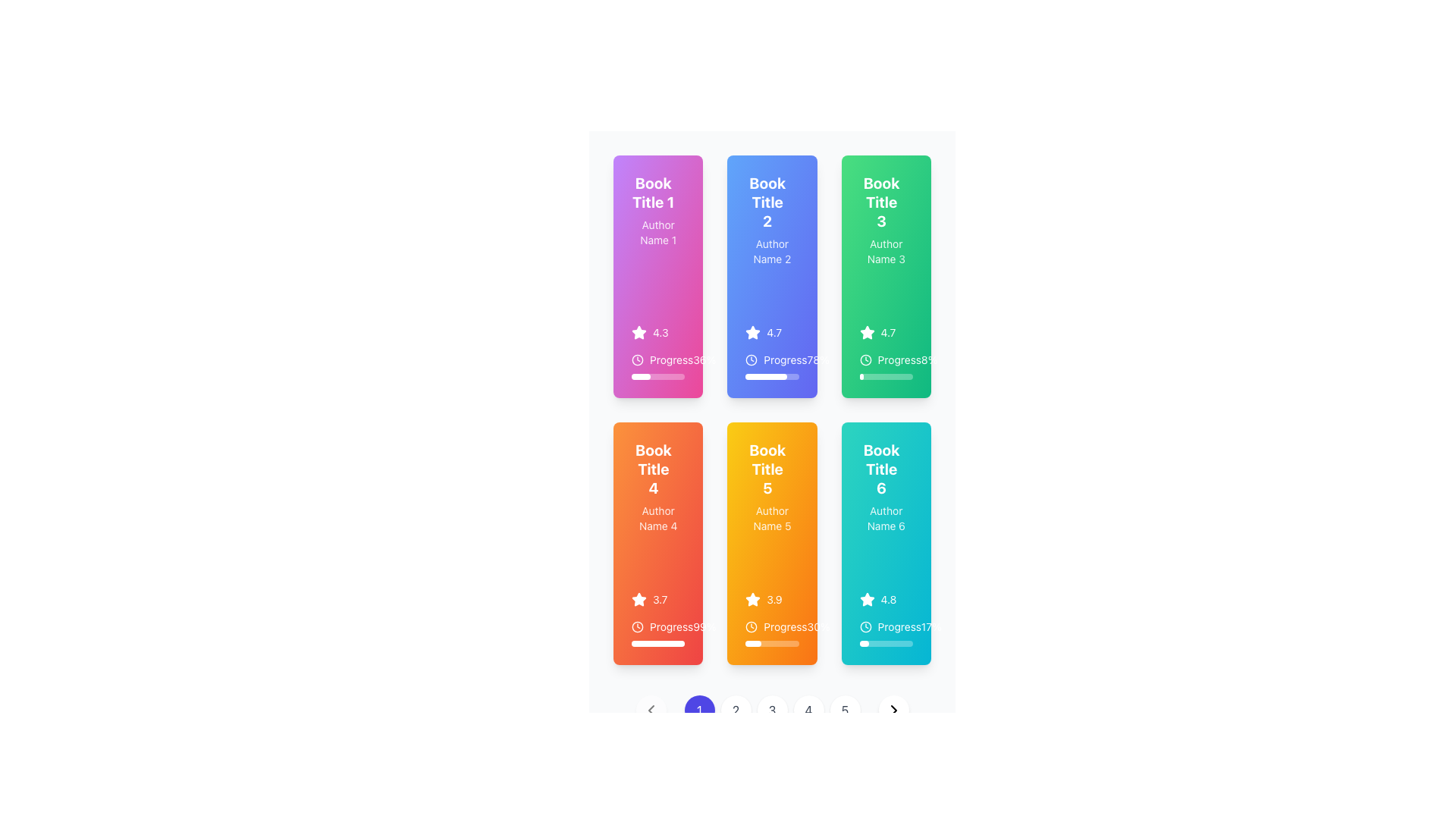 This screenshot has width=1456, height=819. I want to click on the circular clock icon located in the 'Progress' section of the green card labeled 'Book Title 3', so click(865, 359).